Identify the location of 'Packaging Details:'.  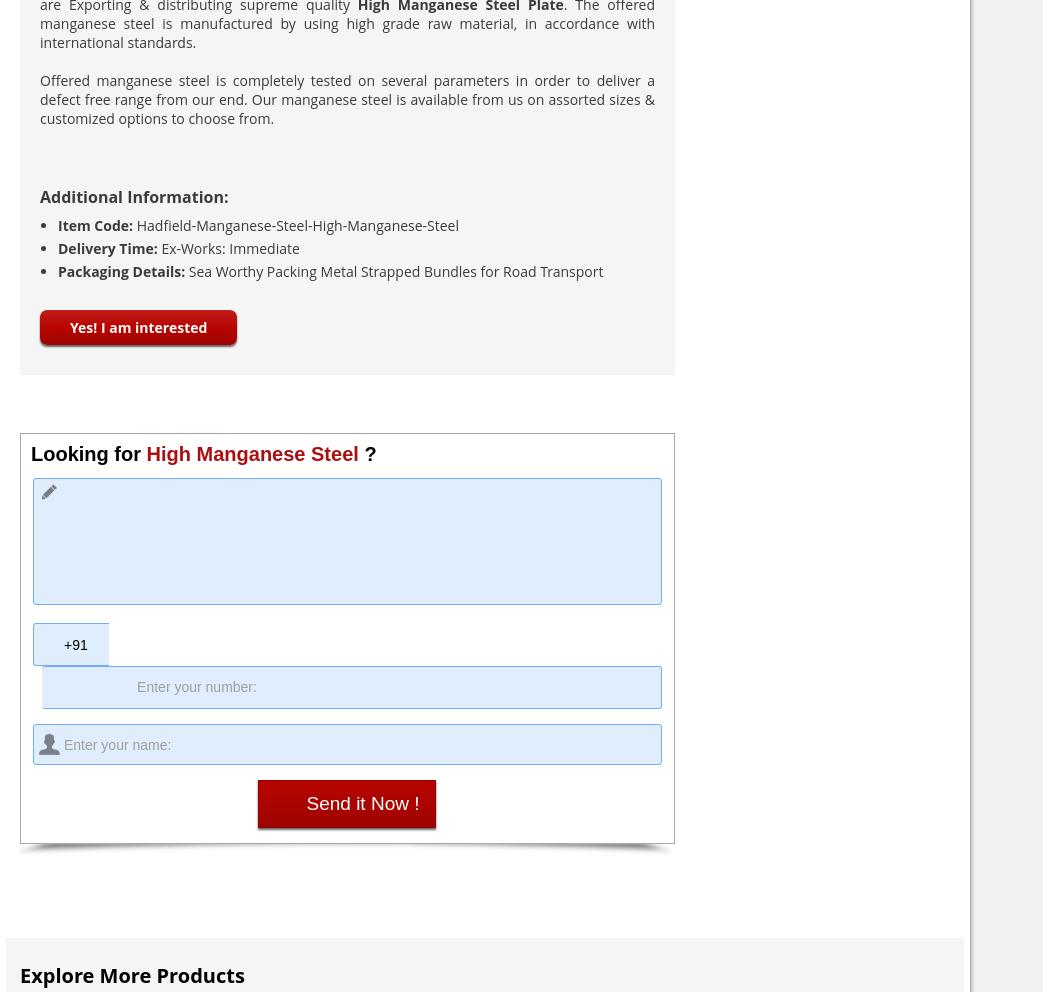
(56, 270).